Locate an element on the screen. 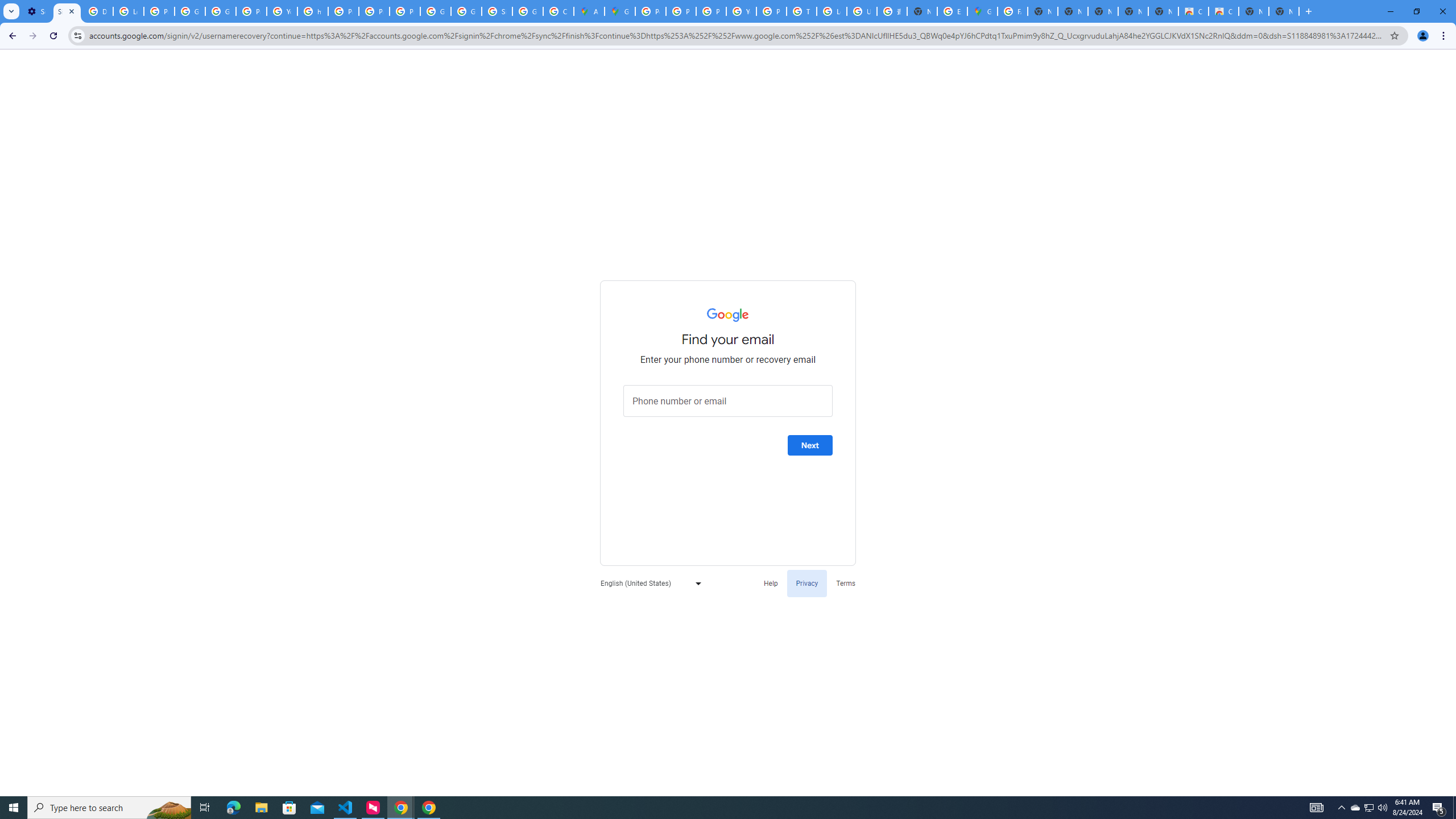  'https://scholar.google.com/' is located at coordinates (313, 11).